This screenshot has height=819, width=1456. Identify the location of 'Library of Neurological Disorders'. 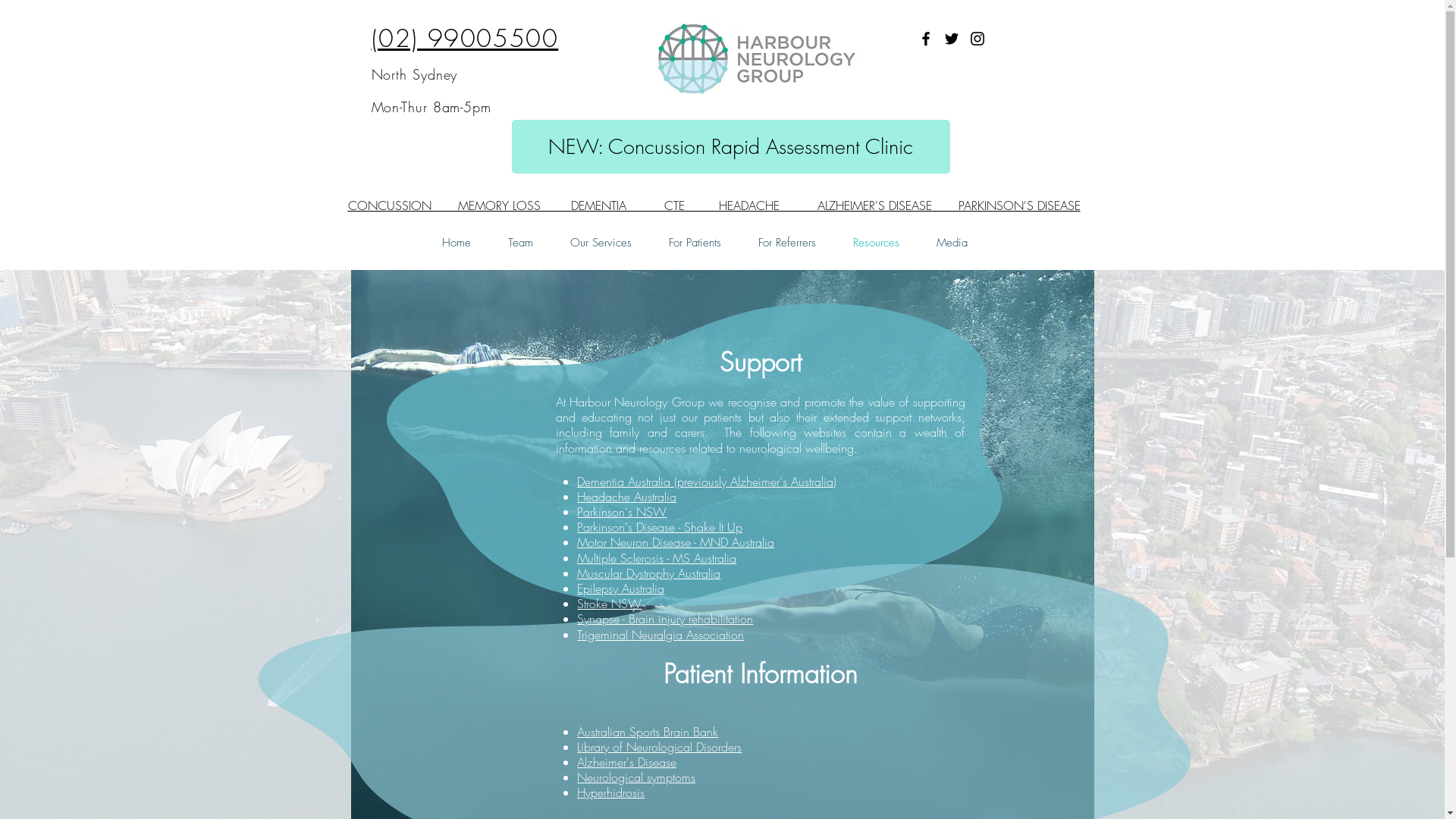
(576, 745).